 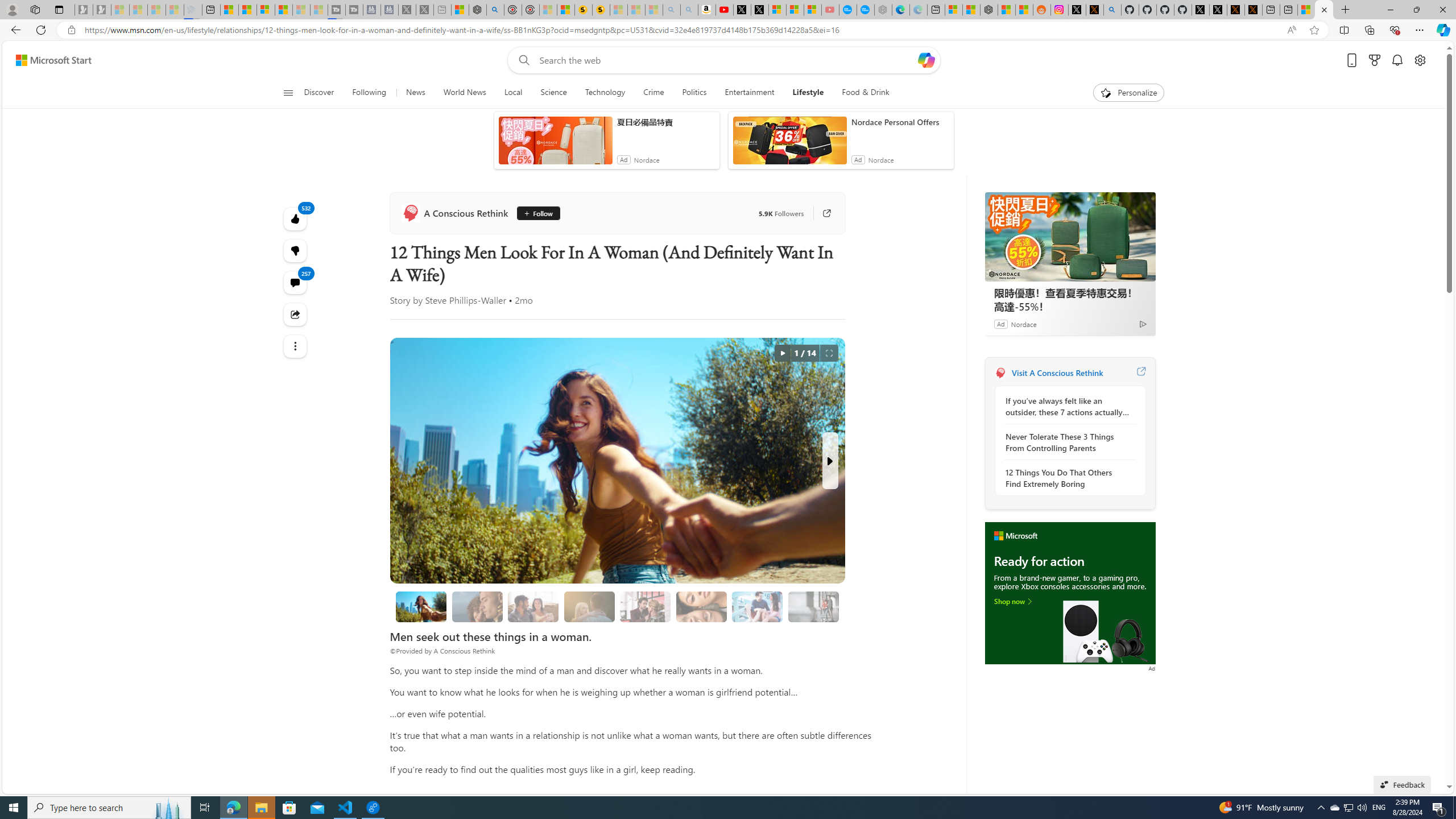 I want to click on 'Newsletter Sign Up - Sleeping', so click(x=102, y=9).